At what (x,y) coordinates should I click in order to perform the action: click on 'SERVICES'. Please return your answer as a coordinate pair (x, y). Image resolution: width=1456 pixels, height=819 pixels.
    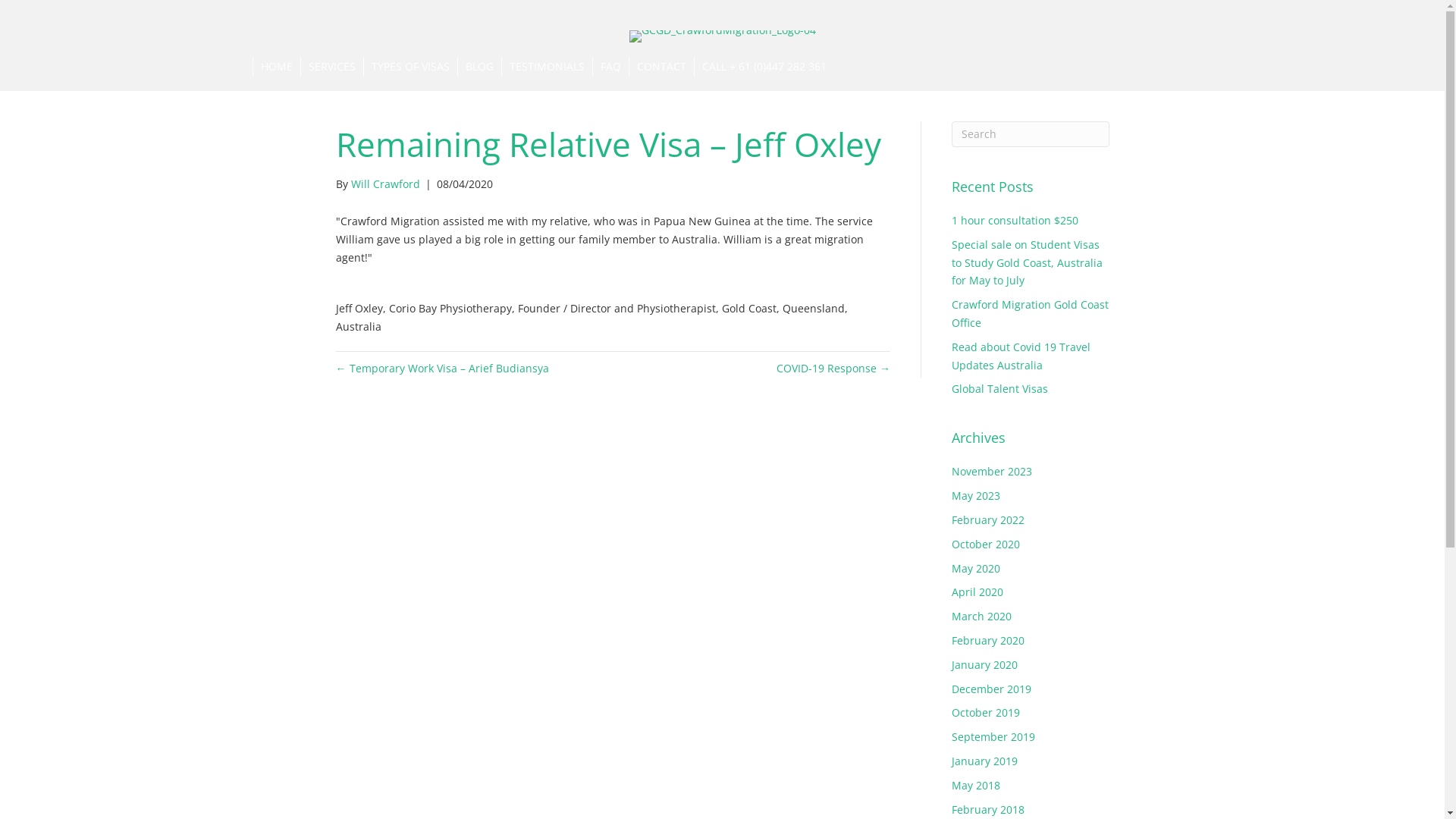
    Looking at the image, I should click on (300, 66).